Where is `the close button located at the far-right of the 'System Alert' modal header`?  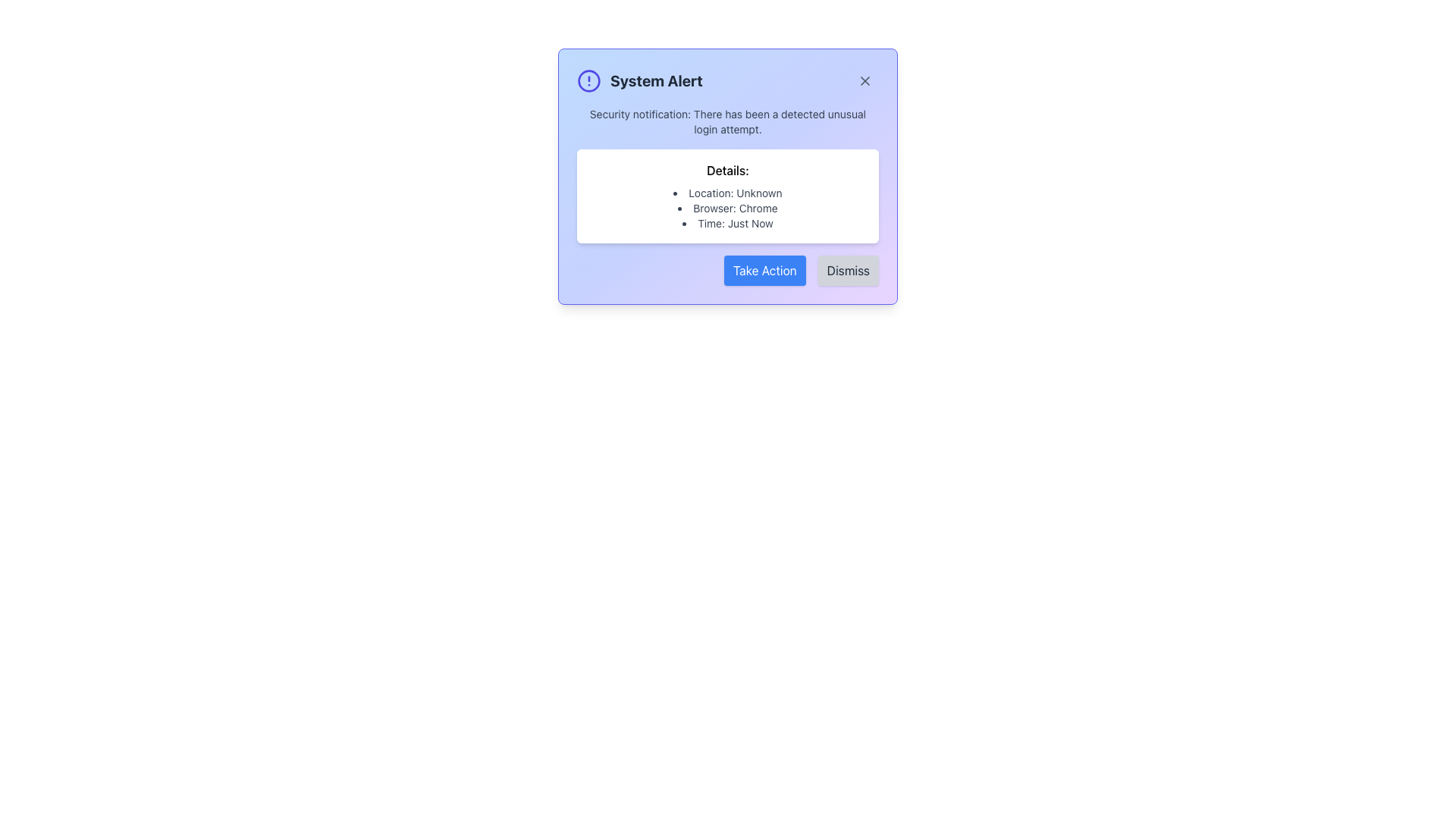
the close button located at the far-right of the 'System Alert' modal header is located at coordinates (865, 81).